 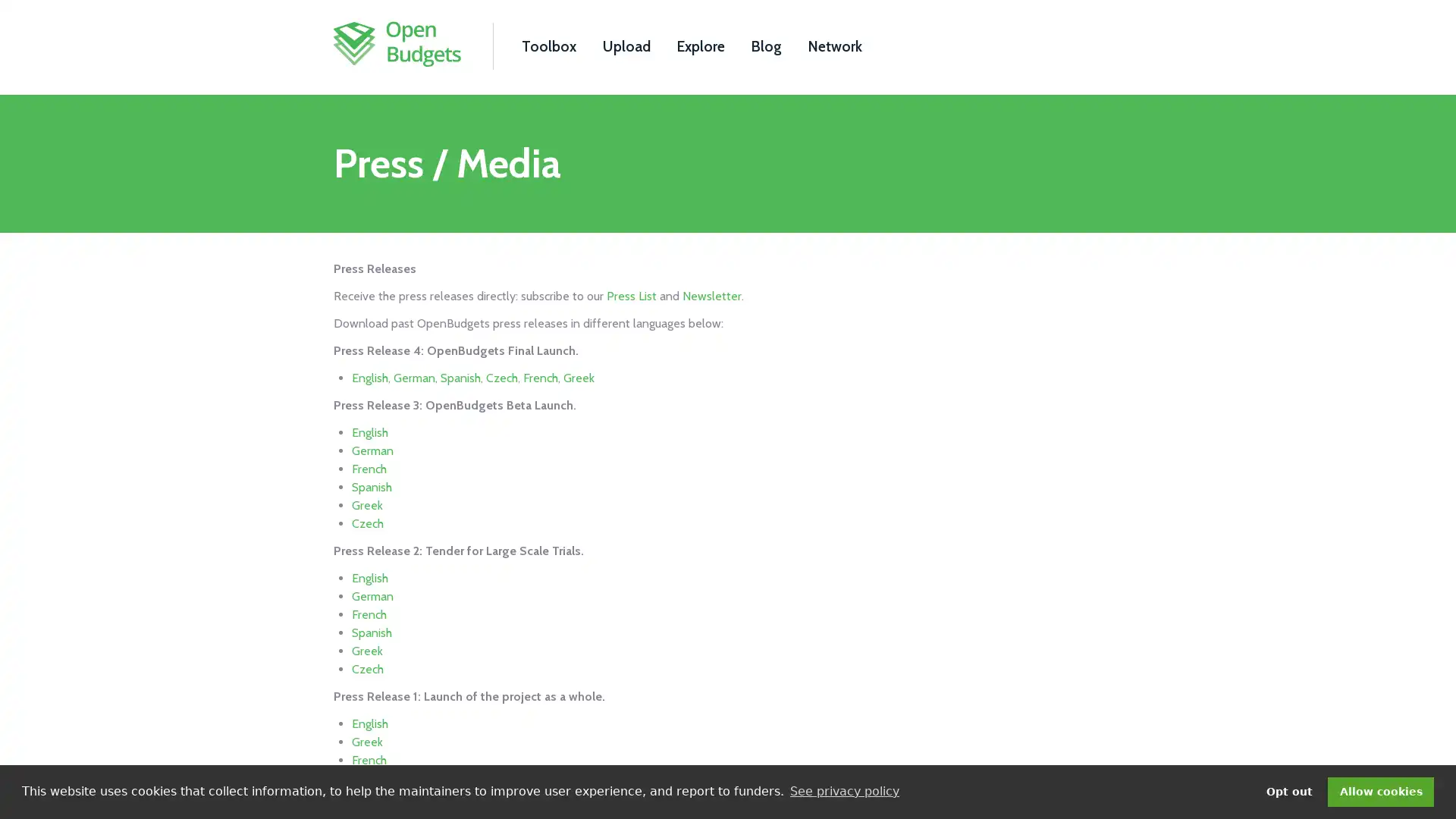 I want to click on dismiss cookie message, so click(x=1380, y=791).